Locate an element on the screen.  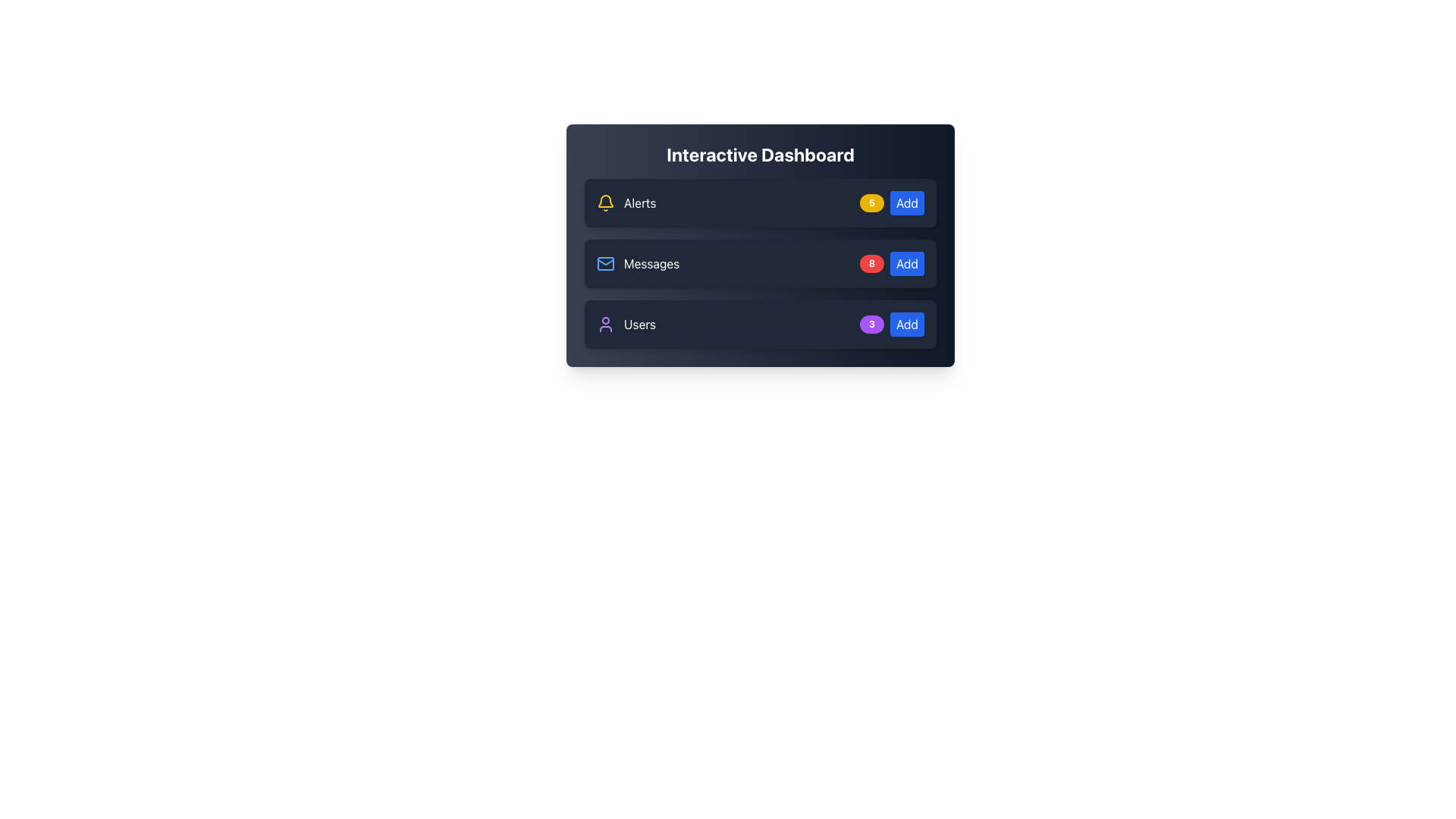
the 'Add' button in the button group next to the 'Users' title, which features a purple badge displaying '3' is located at coordinates (892, 324).